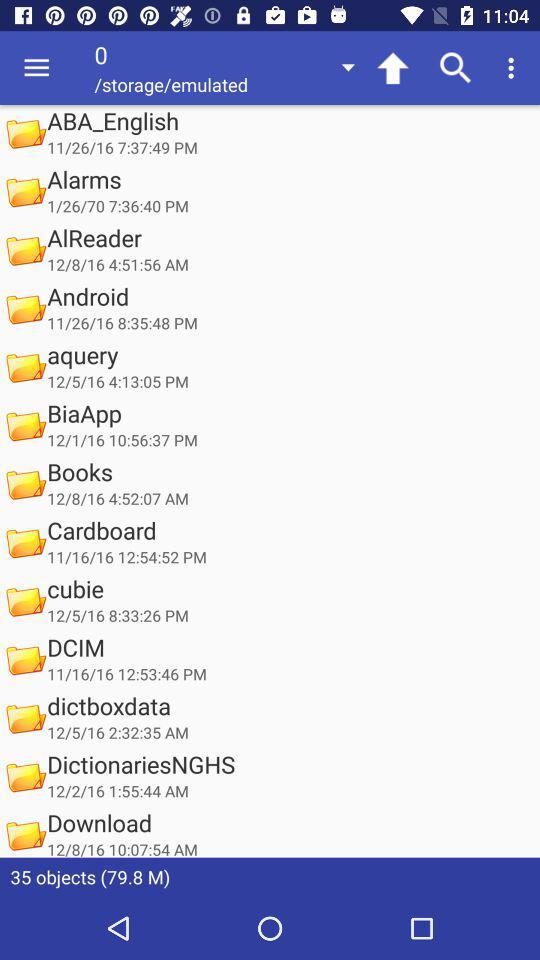 The image size is (540, 960). What do you see at coordinates (24, 366) in the screenshot?
I see `the icon left to the text aquery` at bounding box center [24, 366].